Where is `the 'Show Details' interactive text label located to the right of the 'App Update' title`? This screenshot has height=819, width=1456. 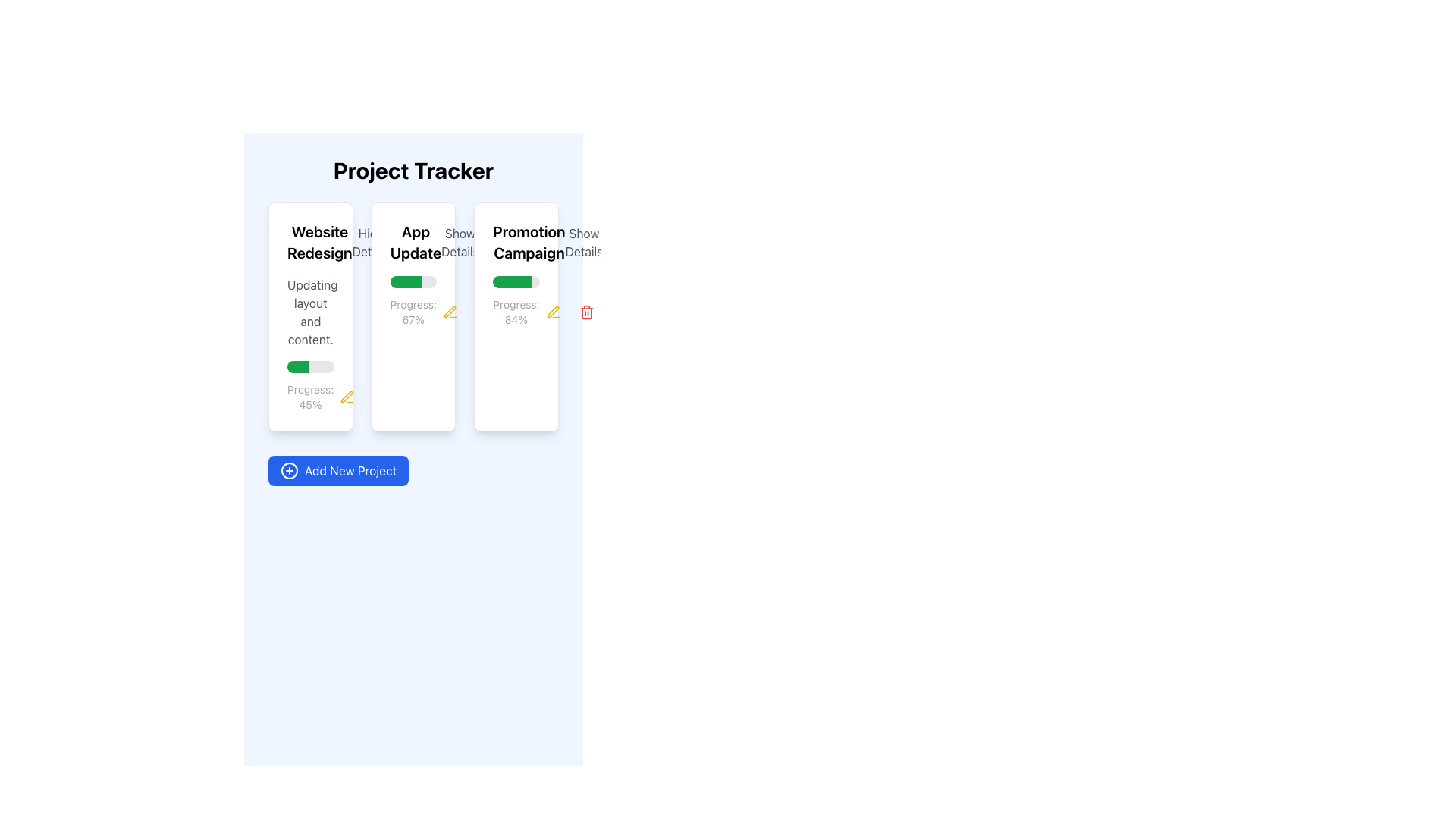 the 'Show Details' interactive text label located to the right of the 'App Update' title is located at coordinates (459, 242).